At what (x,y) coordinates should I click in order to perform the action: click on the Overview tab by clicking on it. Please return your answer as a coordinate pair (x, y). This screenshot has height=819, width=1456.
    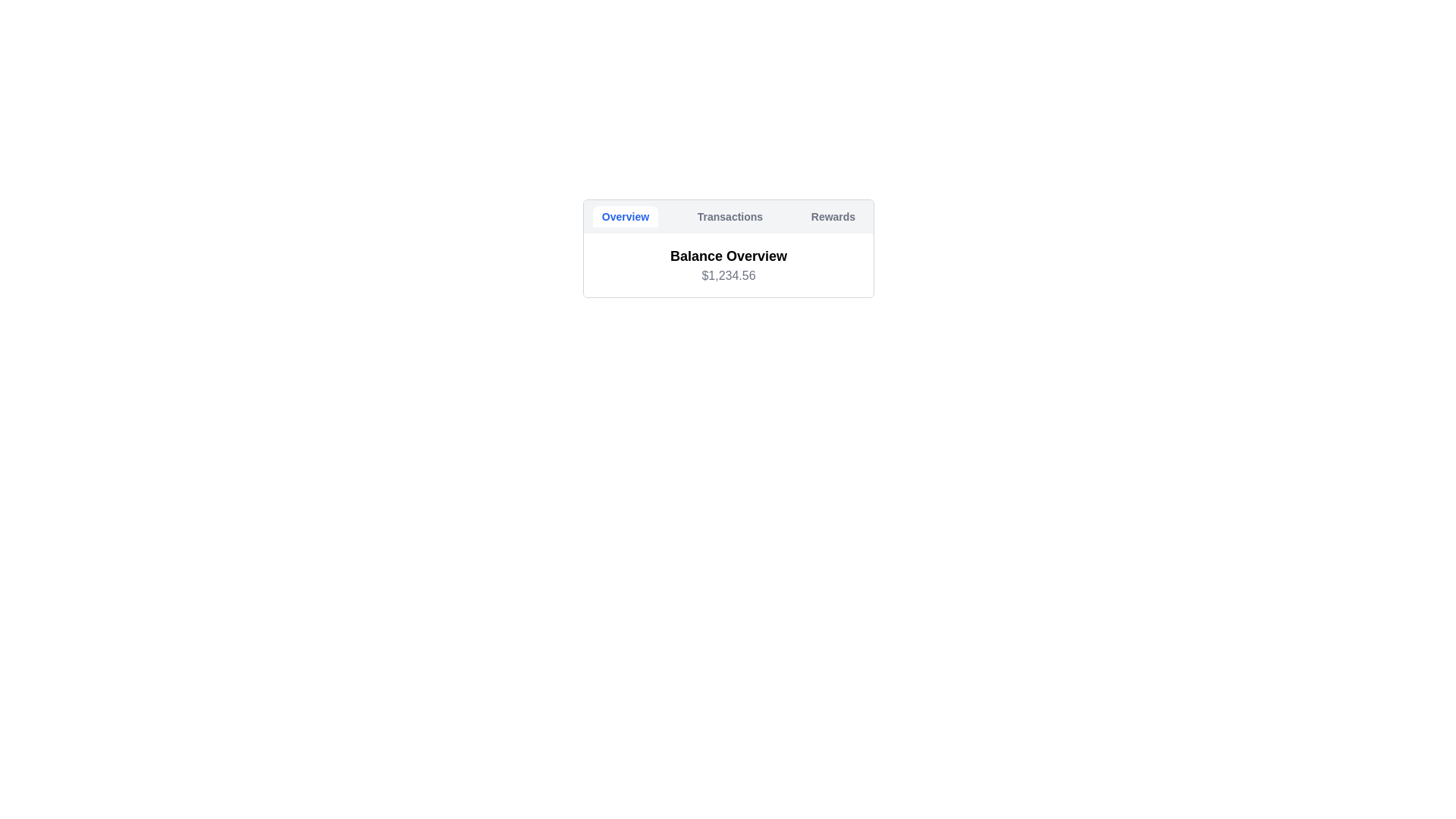
    Looking at the image, I should click on (626, 216).